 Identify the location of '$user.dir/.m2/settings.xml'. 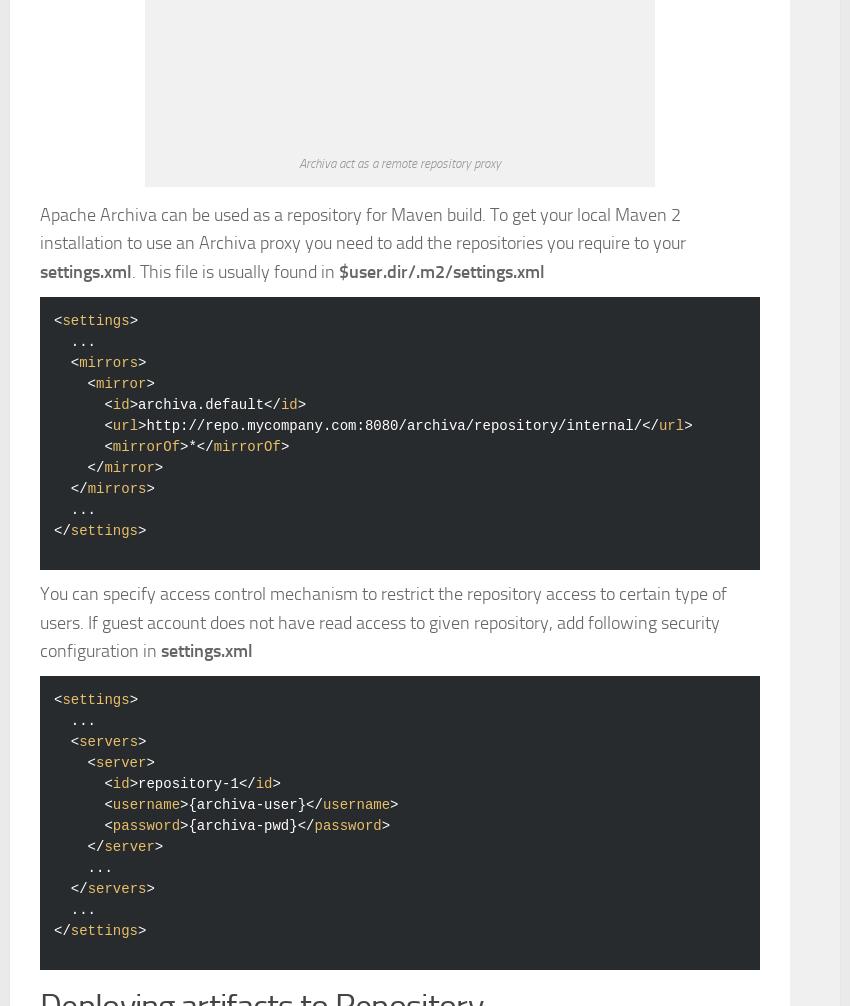
(338, 551).